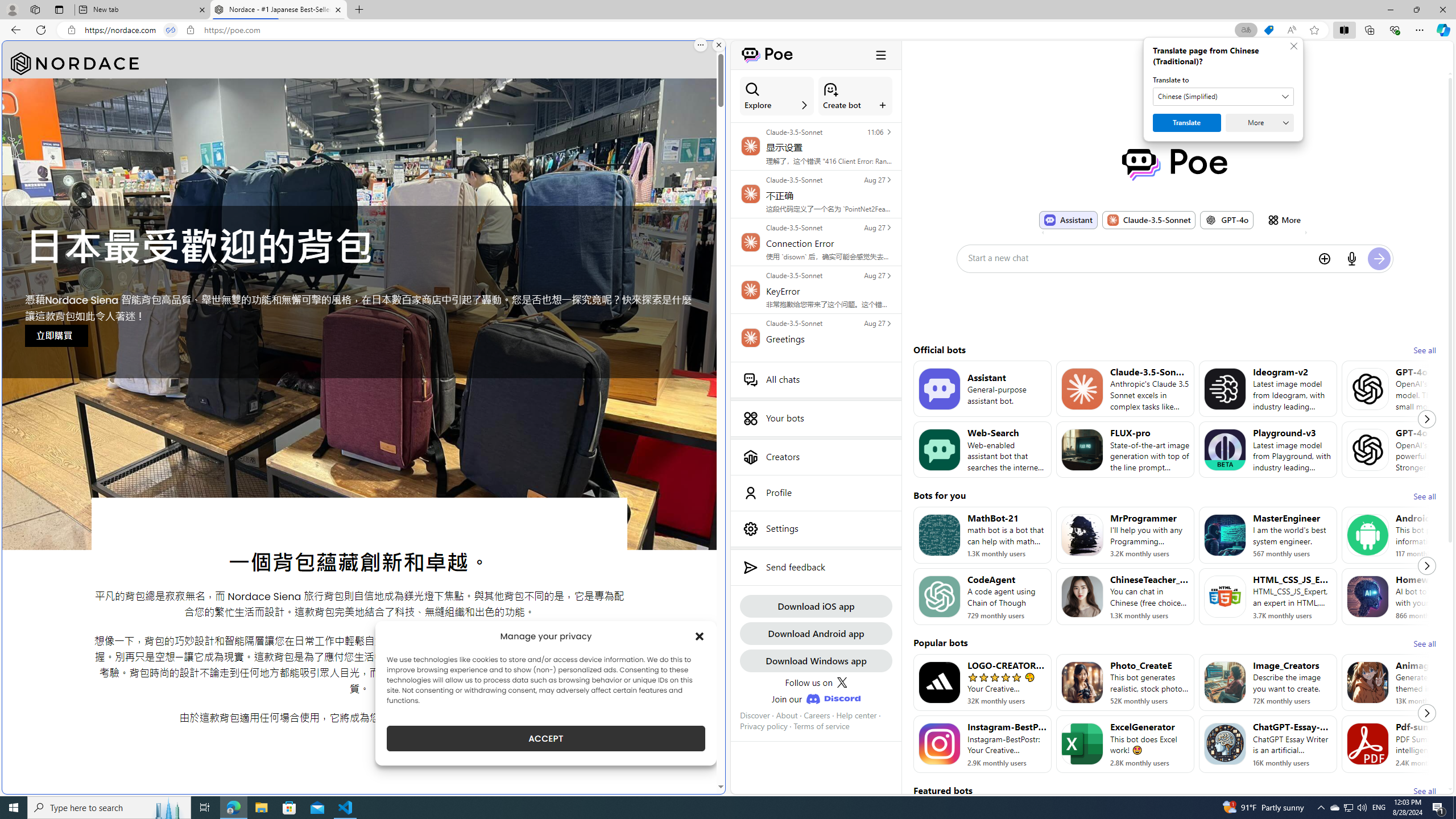 The height and width of the screenshot is (819, 1456). Describe the element at coordinates (1426, 713) in the screenshot. I see `'Next'` at that location.